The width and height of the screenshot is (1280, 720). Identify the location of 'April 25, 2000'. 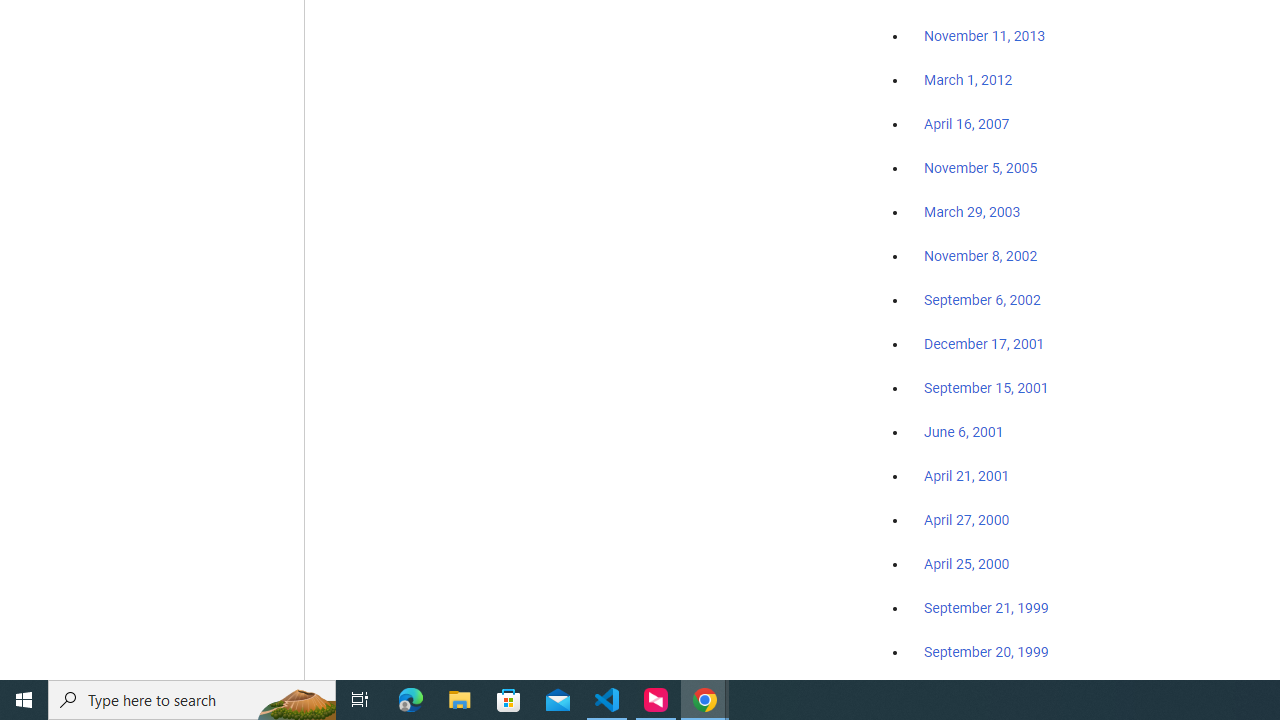
(967, 564).